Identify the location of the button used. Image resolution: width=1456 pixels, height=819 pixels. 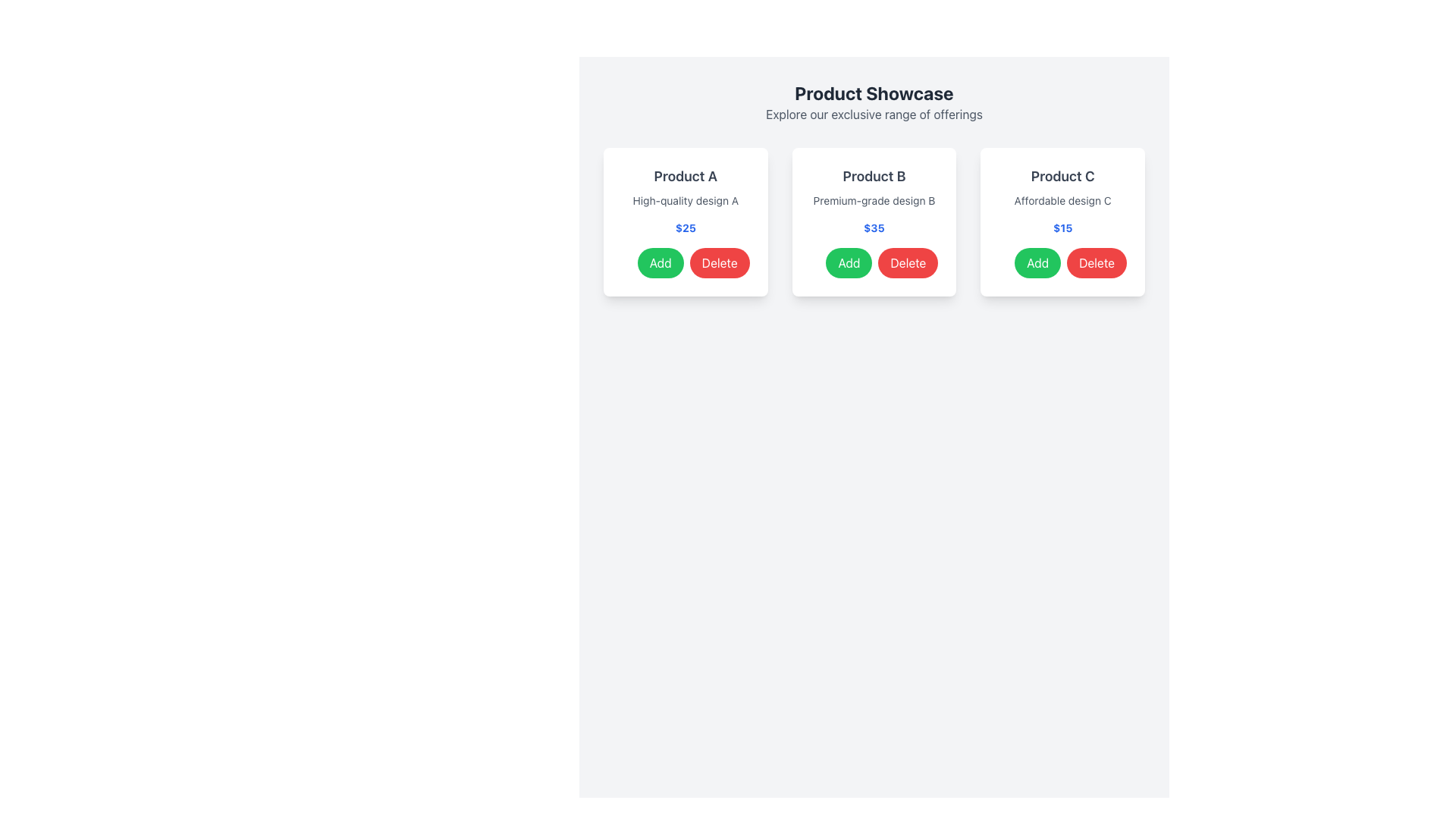
(661, 262).